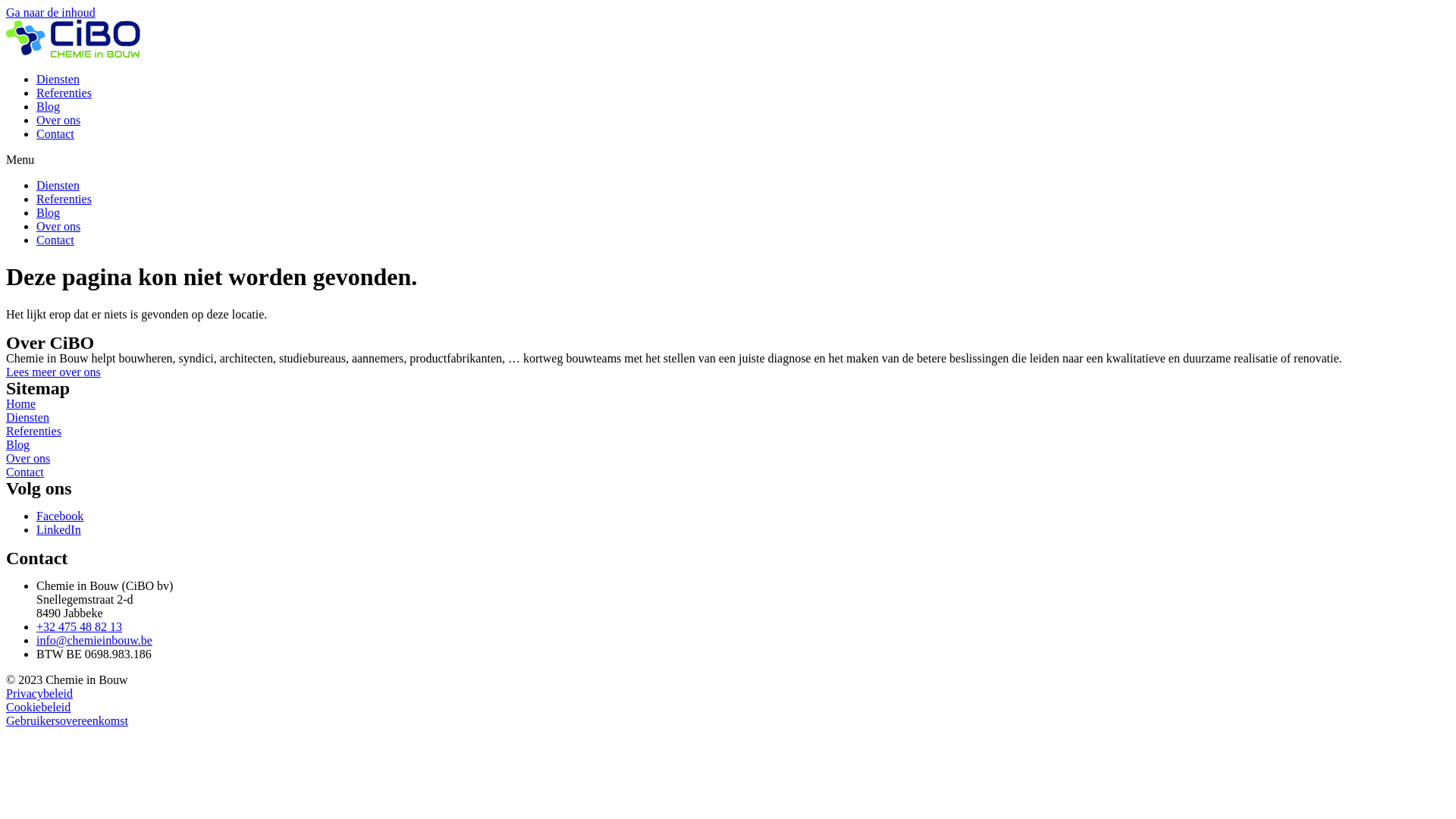 This screenshot has width=1456, height=819. I want to click on 'Referenties', so click(63, 93).